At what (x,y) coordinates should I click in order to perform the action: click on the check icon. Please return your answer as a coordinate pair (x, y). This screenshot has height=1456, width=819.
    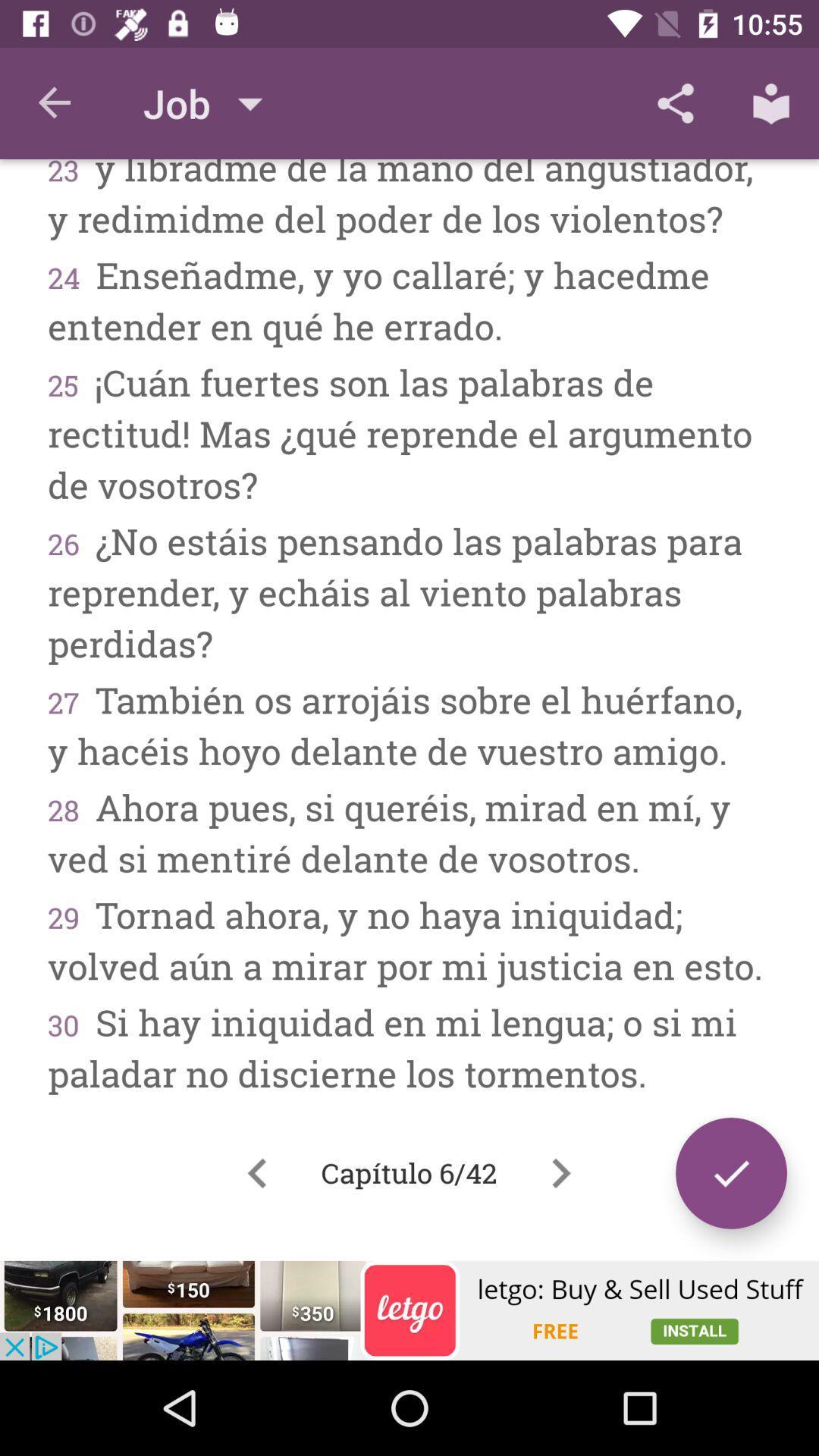
    Looking at the image, I should click on (730, 1172).